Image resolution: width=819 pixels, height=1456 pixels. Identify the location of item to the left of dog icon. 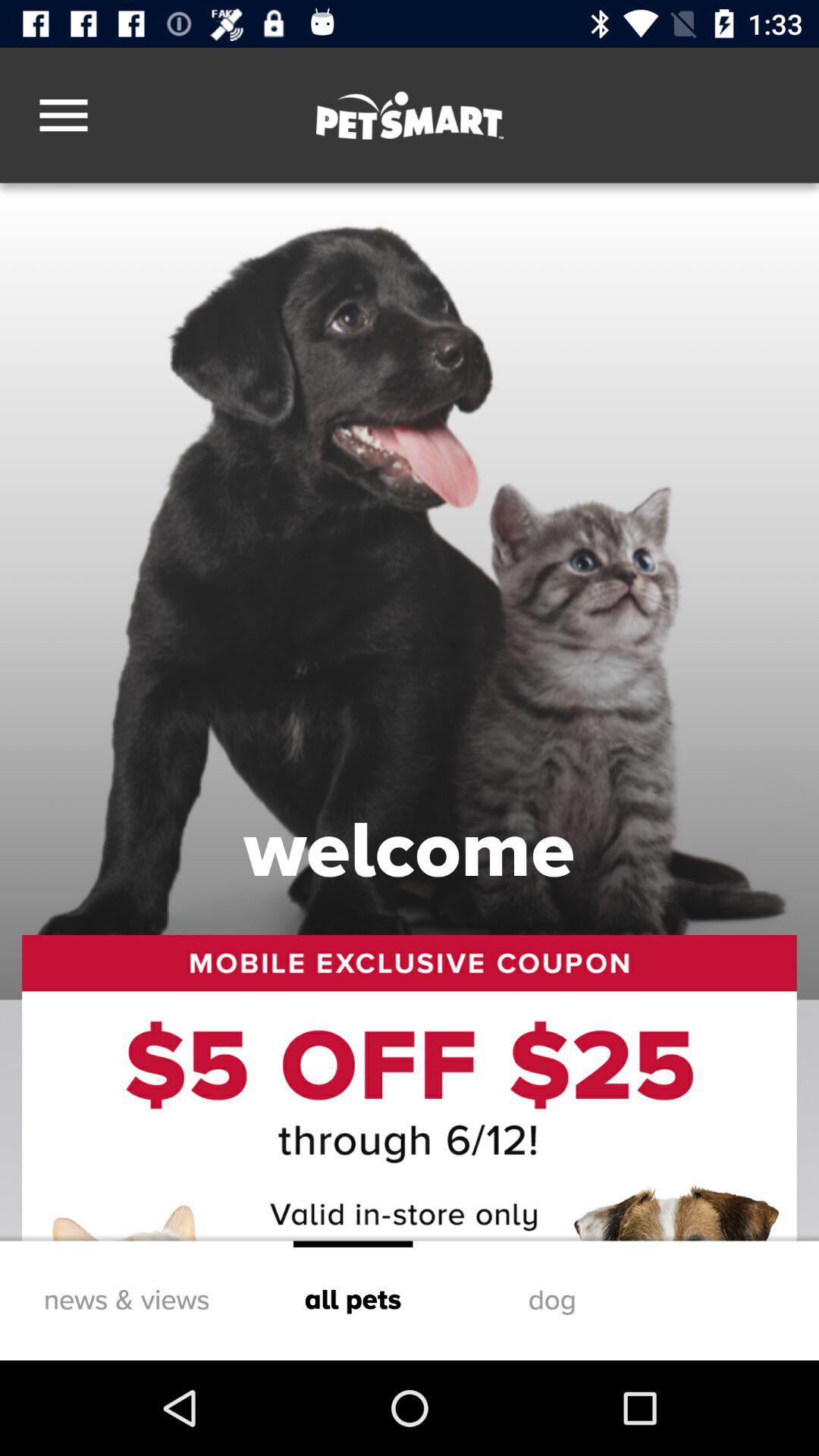
(353, 1300).